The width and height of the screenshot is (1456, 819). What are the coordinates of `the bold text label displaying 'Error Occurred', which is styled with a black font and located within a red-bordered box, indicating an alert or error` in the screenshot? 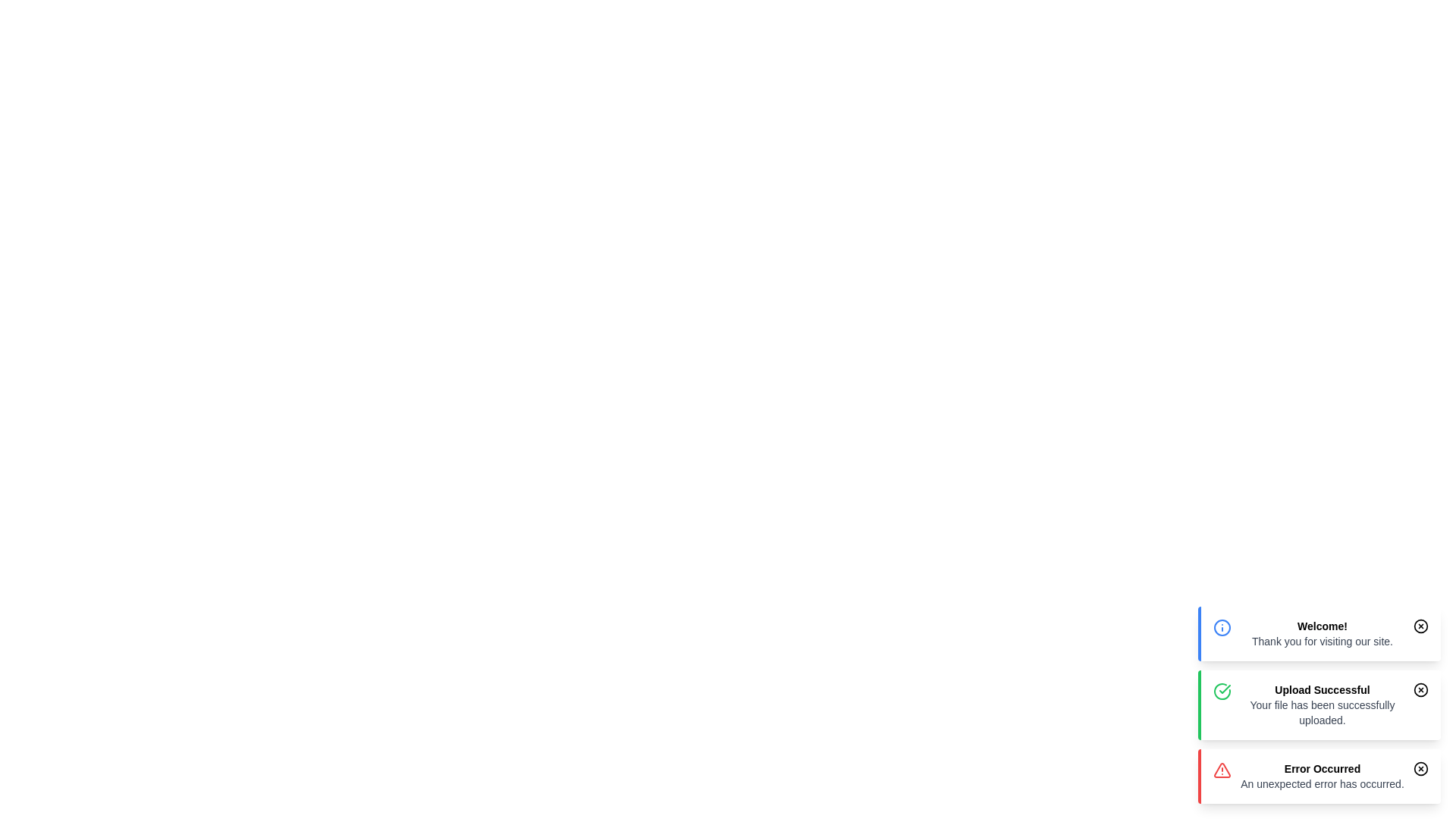 It's located at (1321, 769).